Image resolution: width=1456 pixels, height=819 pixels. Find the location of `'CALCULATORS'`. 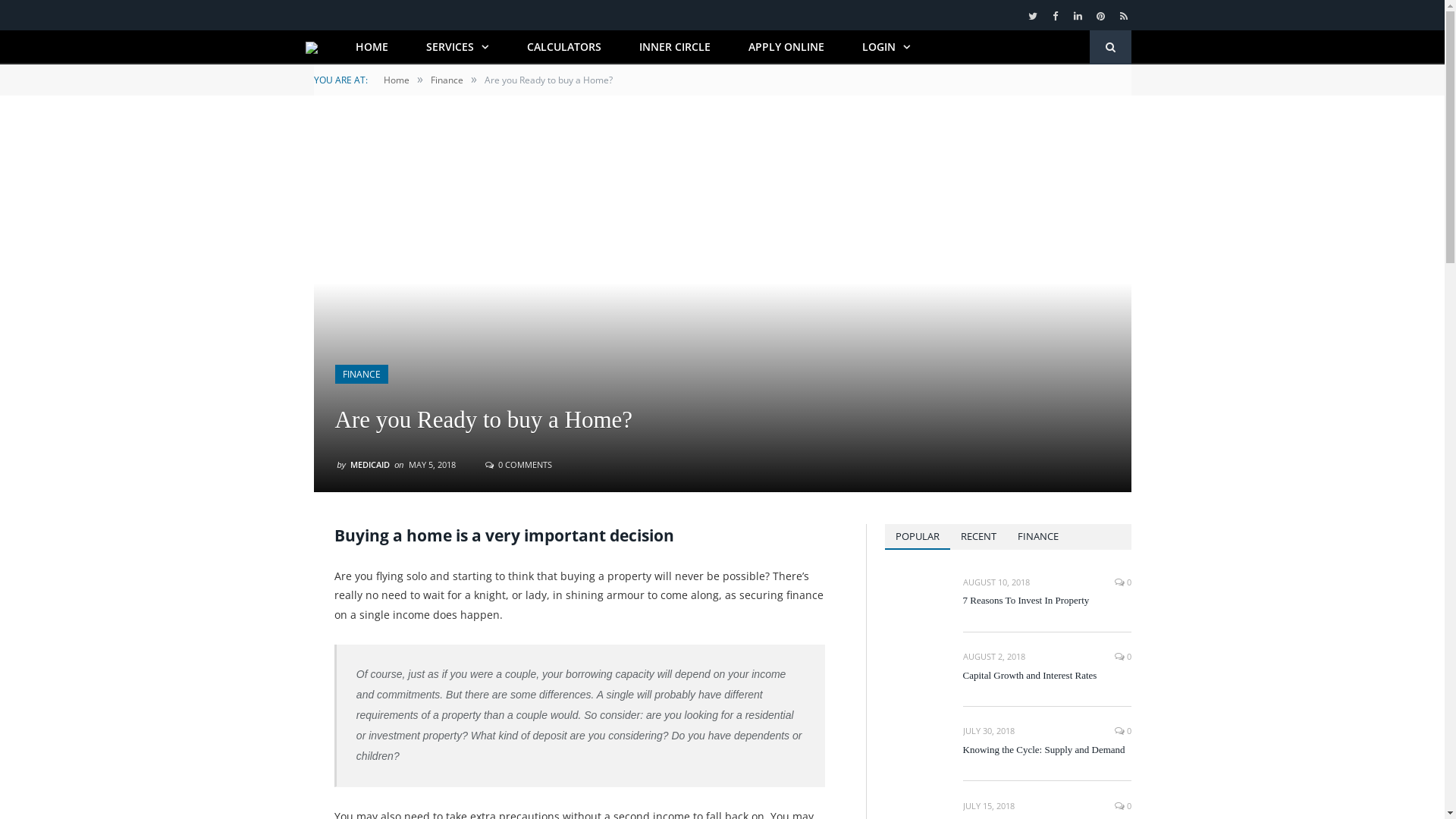

'CALCULATORS' is located at coordinates (563, 46).